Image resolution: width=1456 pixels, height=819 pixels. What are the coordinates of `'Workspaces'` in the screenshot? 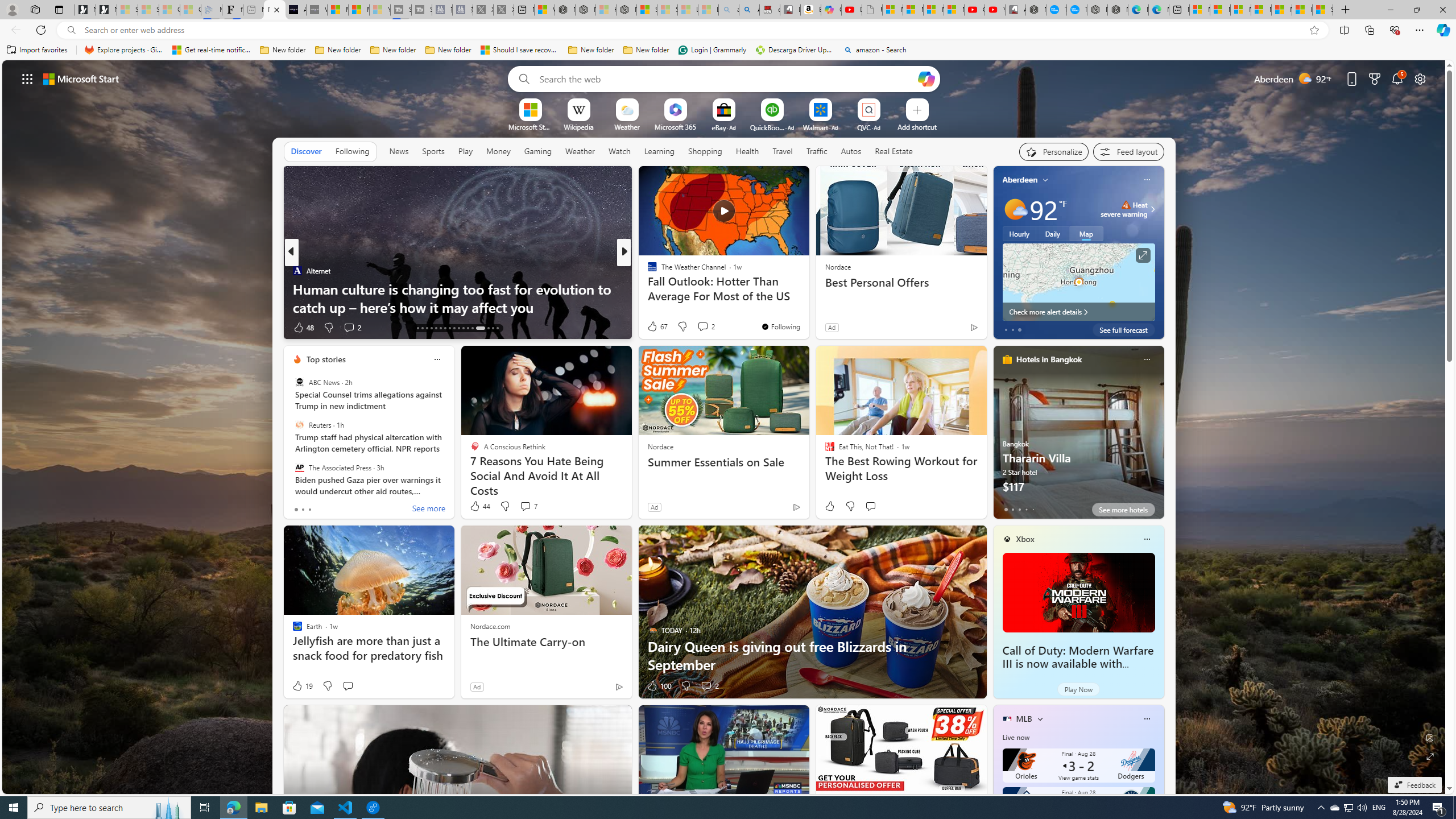 It's located at (35, 9).